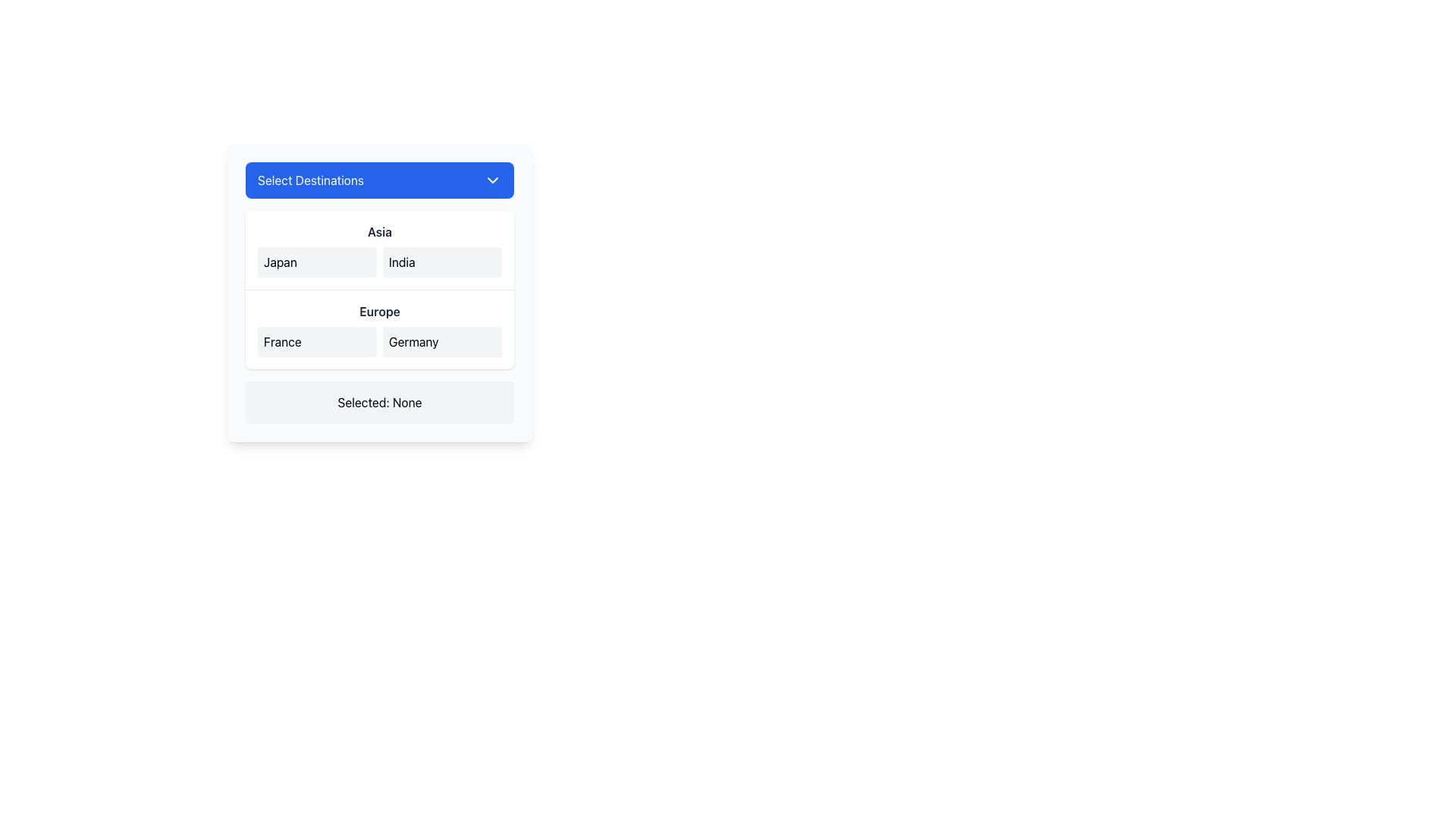 The width and height of the screenshot is (1456, 819). What do you see at coordinates (316, 342) in the screenshot?
I see `the selectable option labeled 'France'` at bounding box center [316, 342].